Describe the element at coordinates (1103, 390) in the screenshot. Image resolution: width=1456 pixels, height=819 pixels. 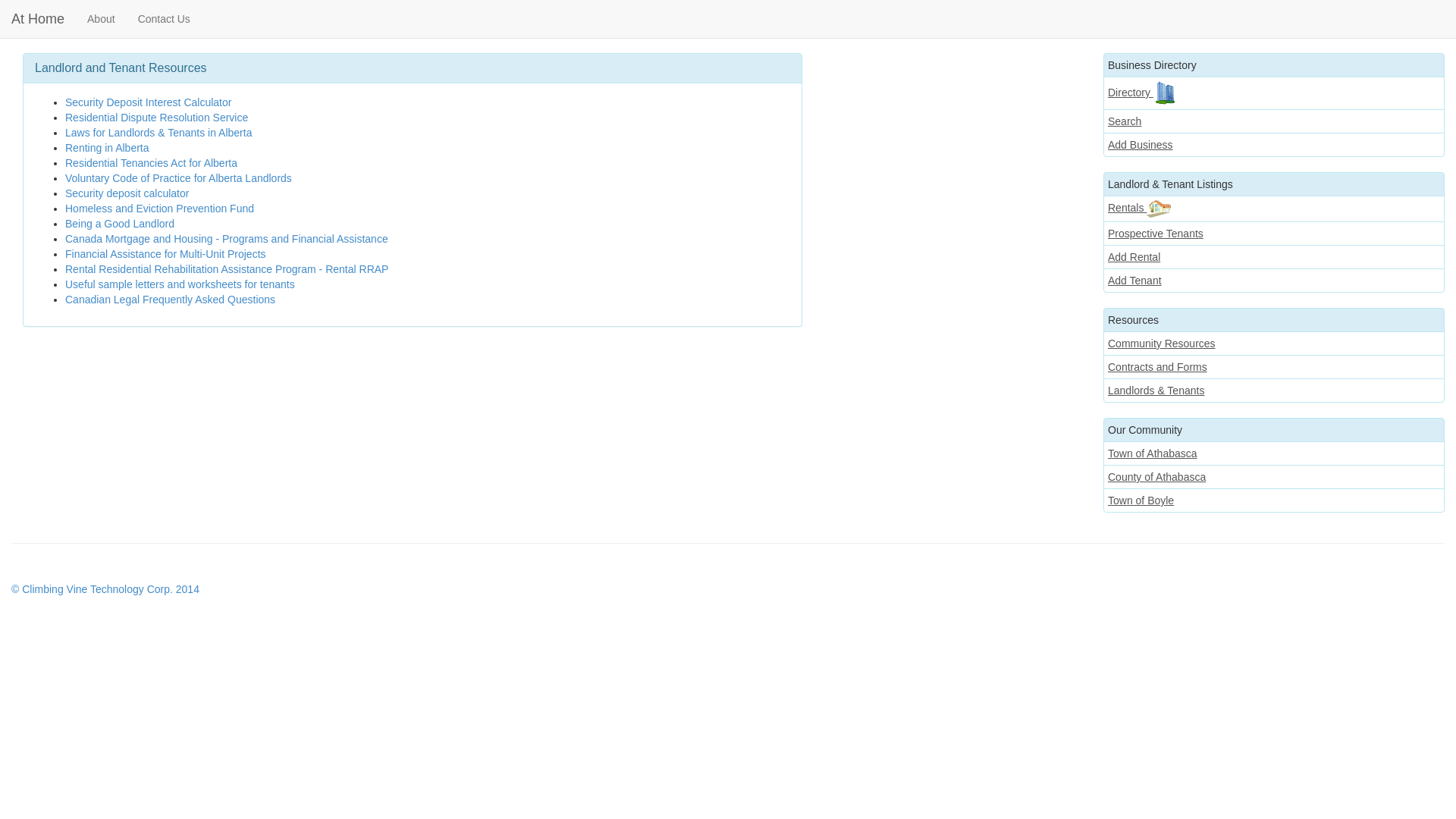
I see `'Landlords & Tenants'` at that location.